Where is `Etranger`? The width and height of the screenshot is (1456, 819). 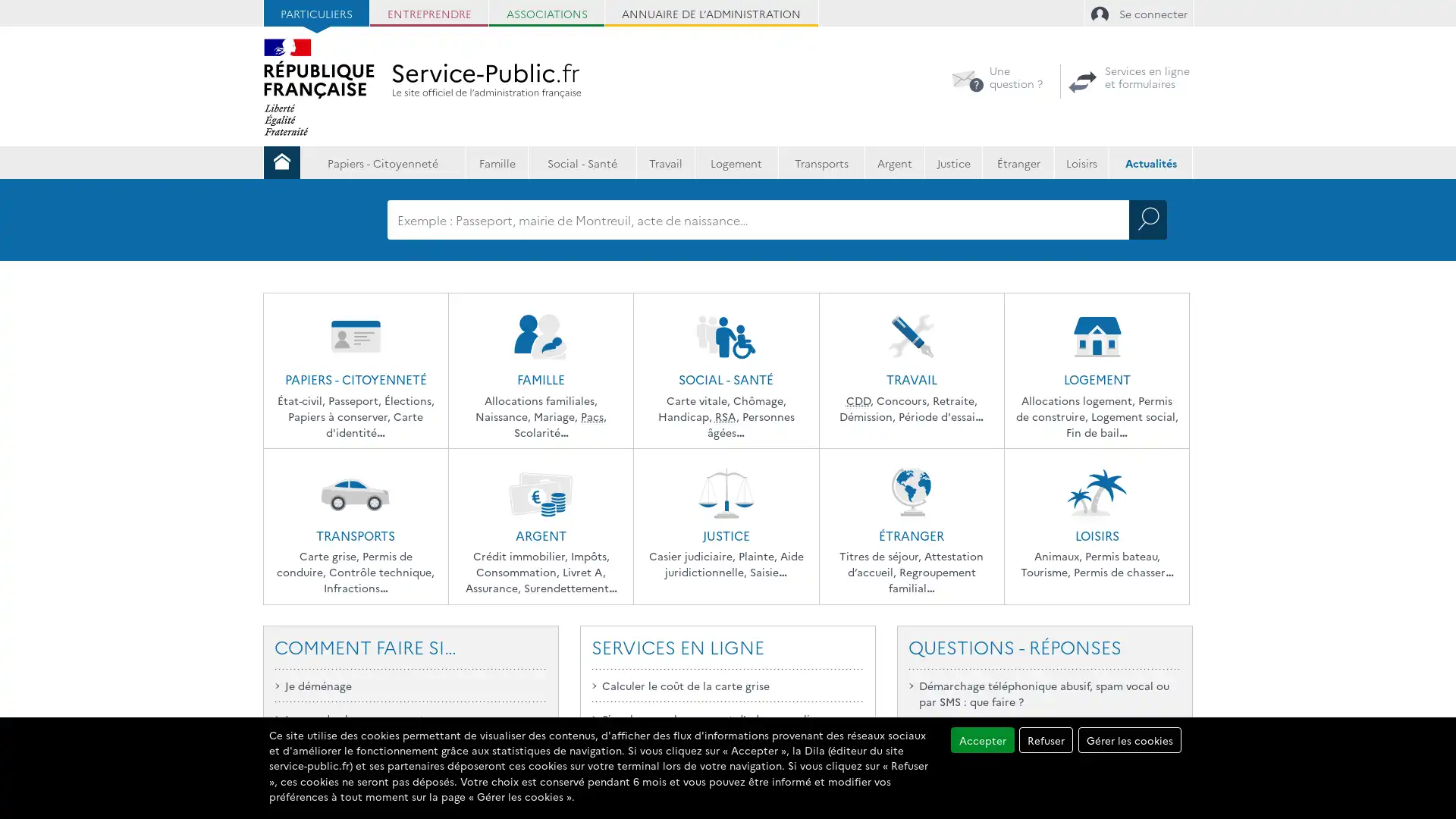
Etranger is located at coordinates (1018, 162).